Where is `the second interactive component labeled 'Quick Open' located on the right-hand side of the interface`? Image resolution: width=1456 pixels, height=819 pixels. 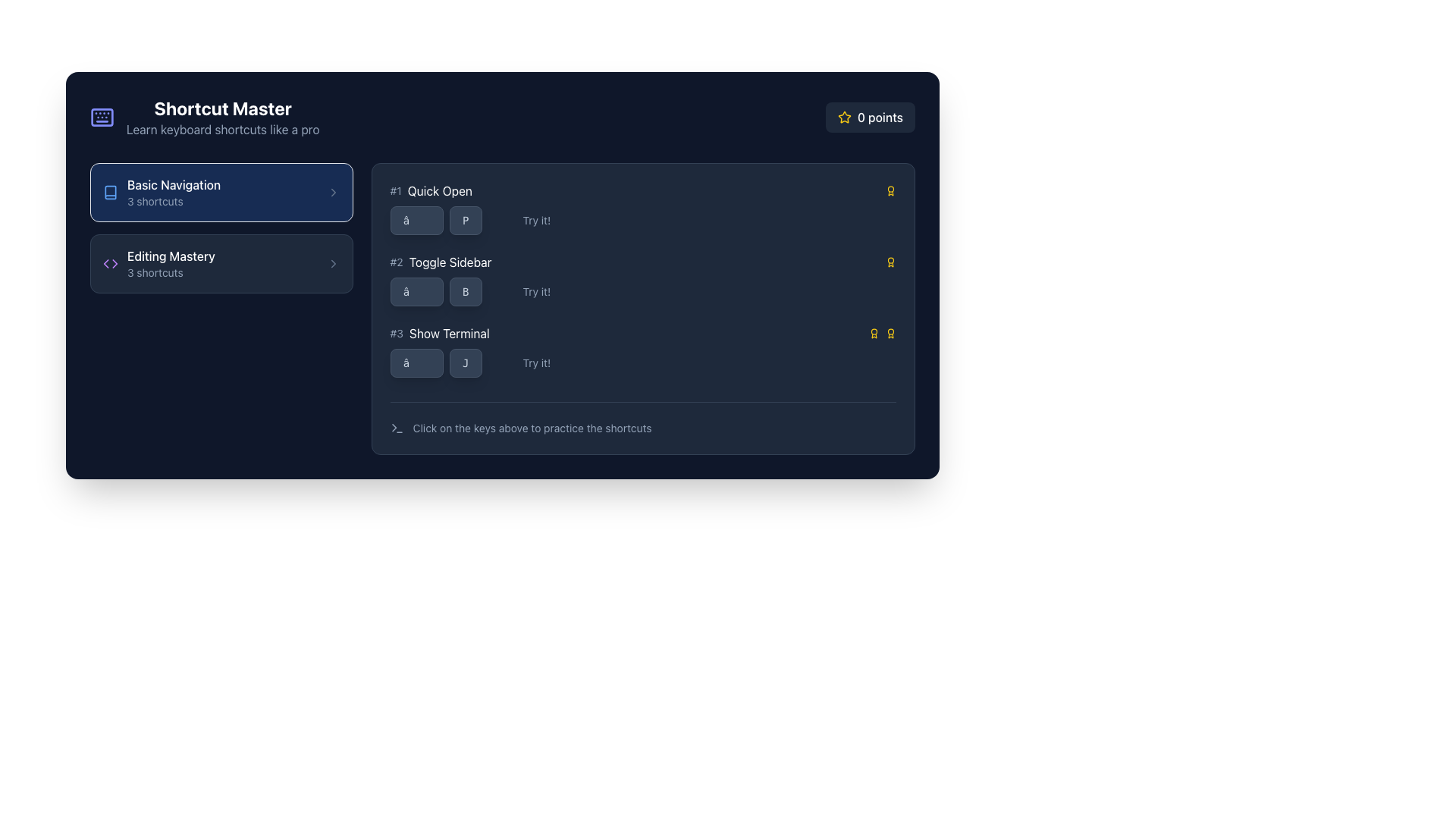
the second interactive component labeled 'Quick Open' located on the right-hand side of the interface is located at coordinates (526, 220).